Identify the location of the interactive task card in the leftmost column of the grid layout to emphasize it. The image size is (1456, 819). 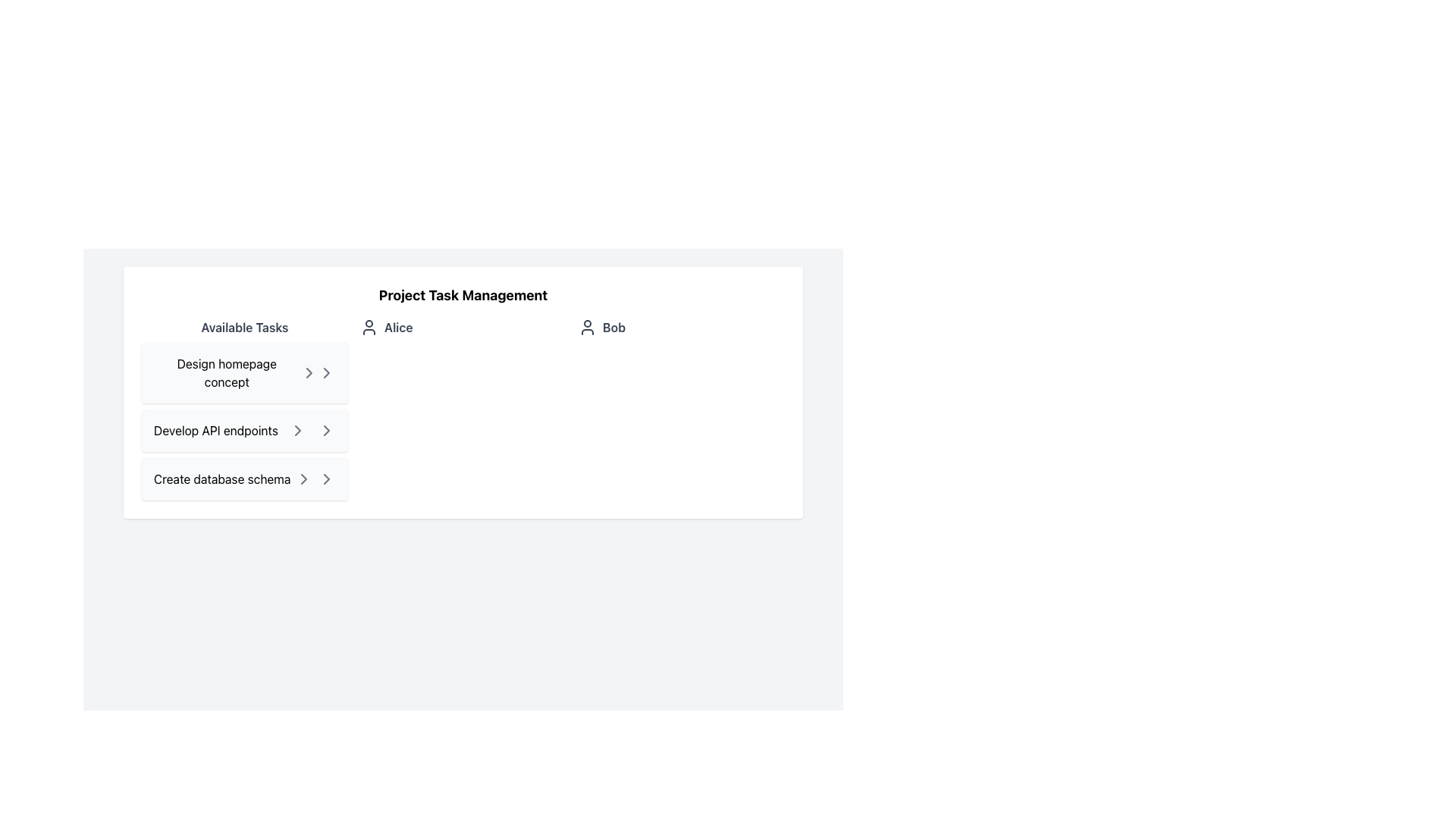
(244, 409).